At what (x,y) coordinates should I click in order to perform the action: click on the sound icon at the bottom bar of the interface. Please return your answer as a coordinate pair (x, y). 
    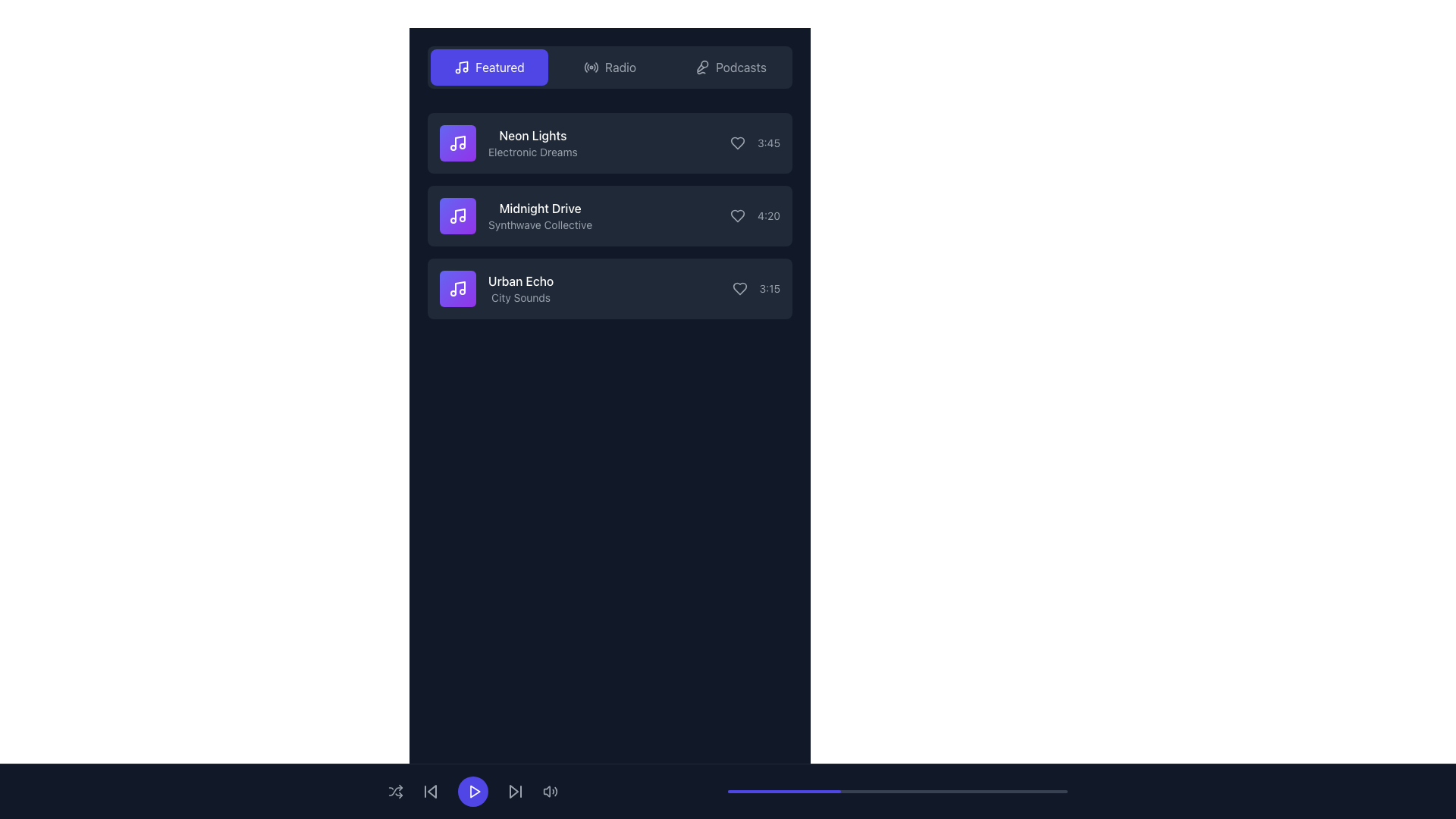
    Looking at the image, I should click on (546, 791).